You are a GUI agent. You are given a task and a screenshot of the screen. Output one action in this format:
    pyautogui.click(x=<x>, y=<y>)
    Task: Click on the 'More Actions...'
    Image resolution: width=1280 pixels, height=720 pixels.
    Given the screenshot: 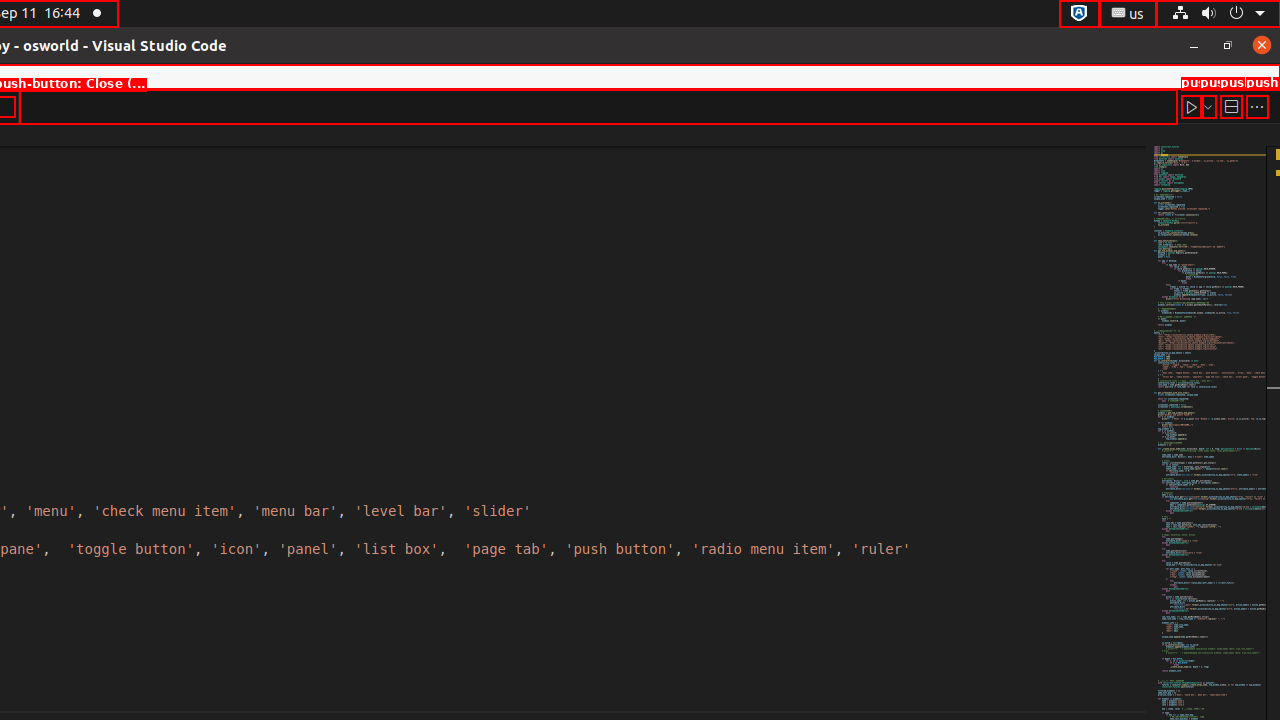 What is the action you would take?
    pyautogui.click(x=1255, y=106)
    